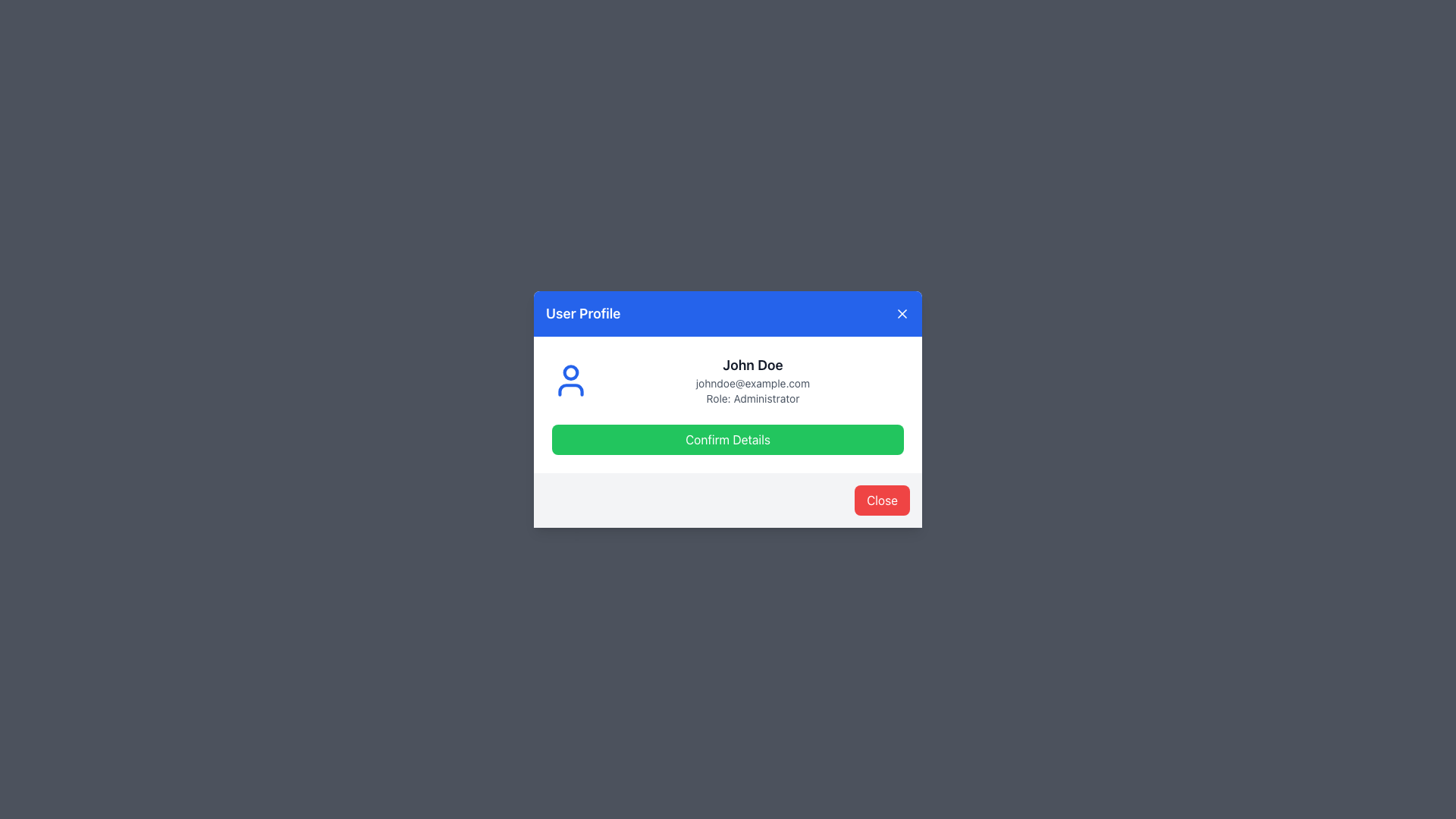 The height and width of the screenshot is (819, 1456). I want to click on the close button icon (X) located in the top-right corner of the modal window under the blue header area labeled 'User Profile', so click(902, 312).